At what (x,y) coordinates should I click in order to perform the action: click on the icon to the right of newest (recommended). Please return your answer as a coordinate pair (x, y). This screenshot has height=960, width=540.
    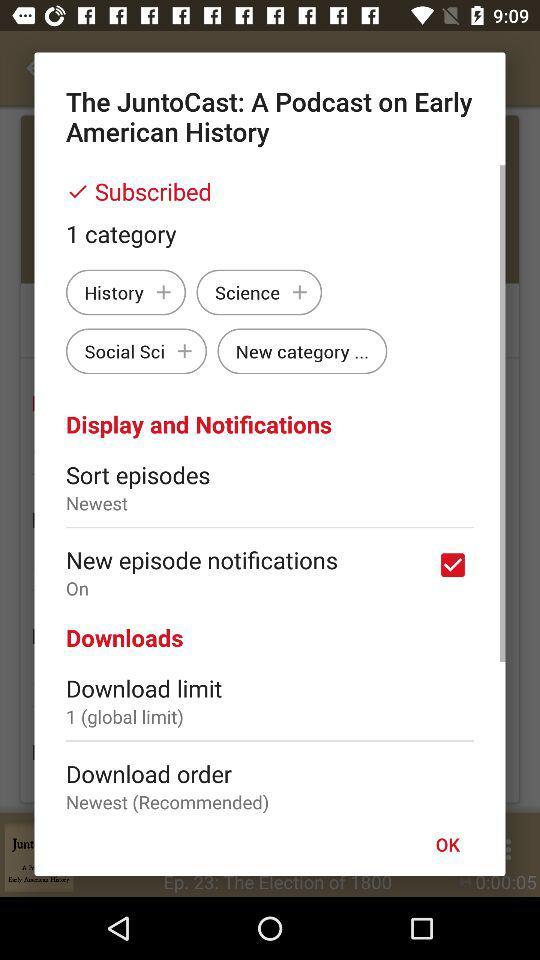
    Looking at the image, I should click on (447, 843).